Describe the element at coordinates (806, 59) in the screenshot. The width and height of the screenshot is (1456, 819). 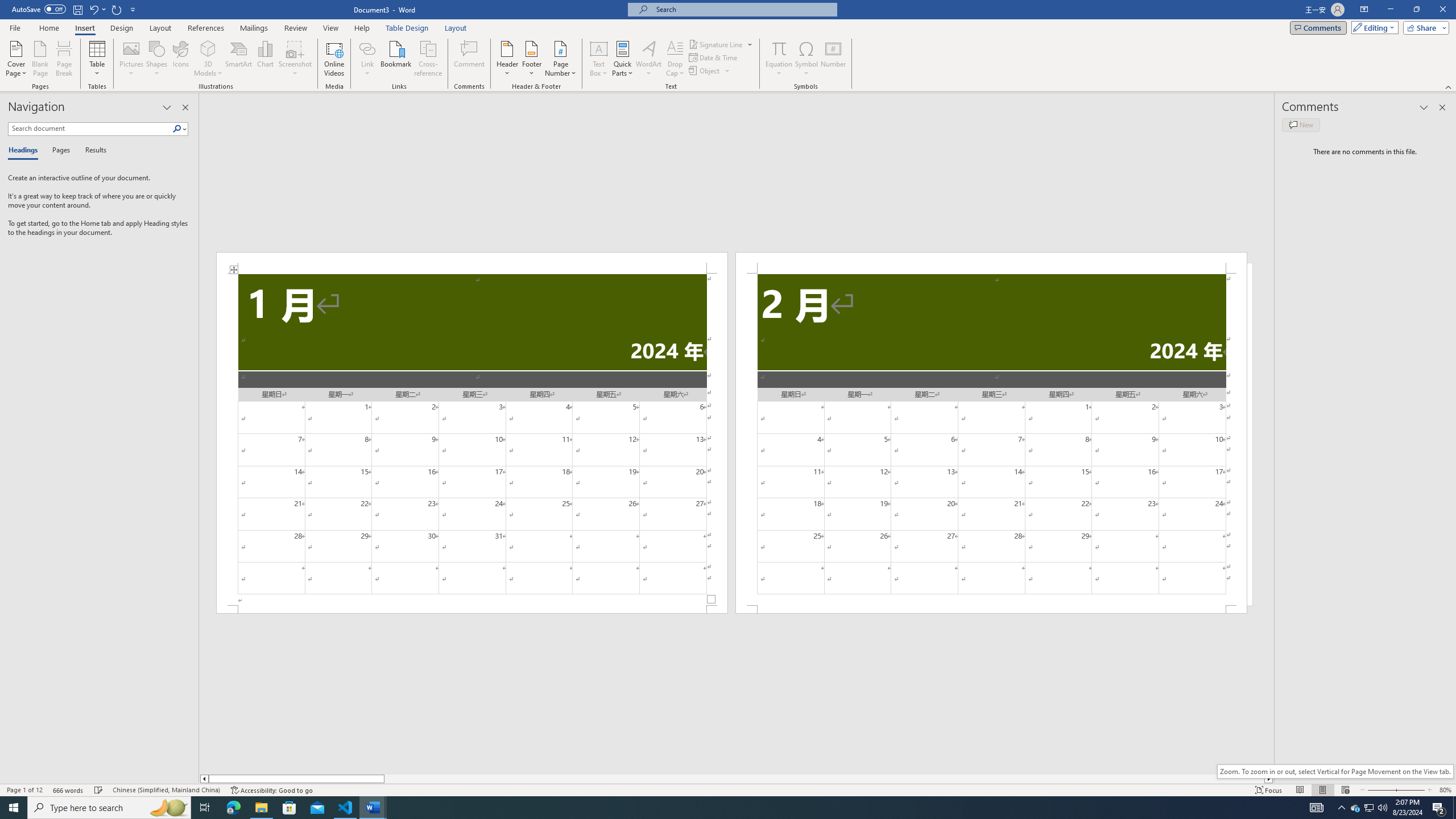
I see `'Symbol'` at that location.